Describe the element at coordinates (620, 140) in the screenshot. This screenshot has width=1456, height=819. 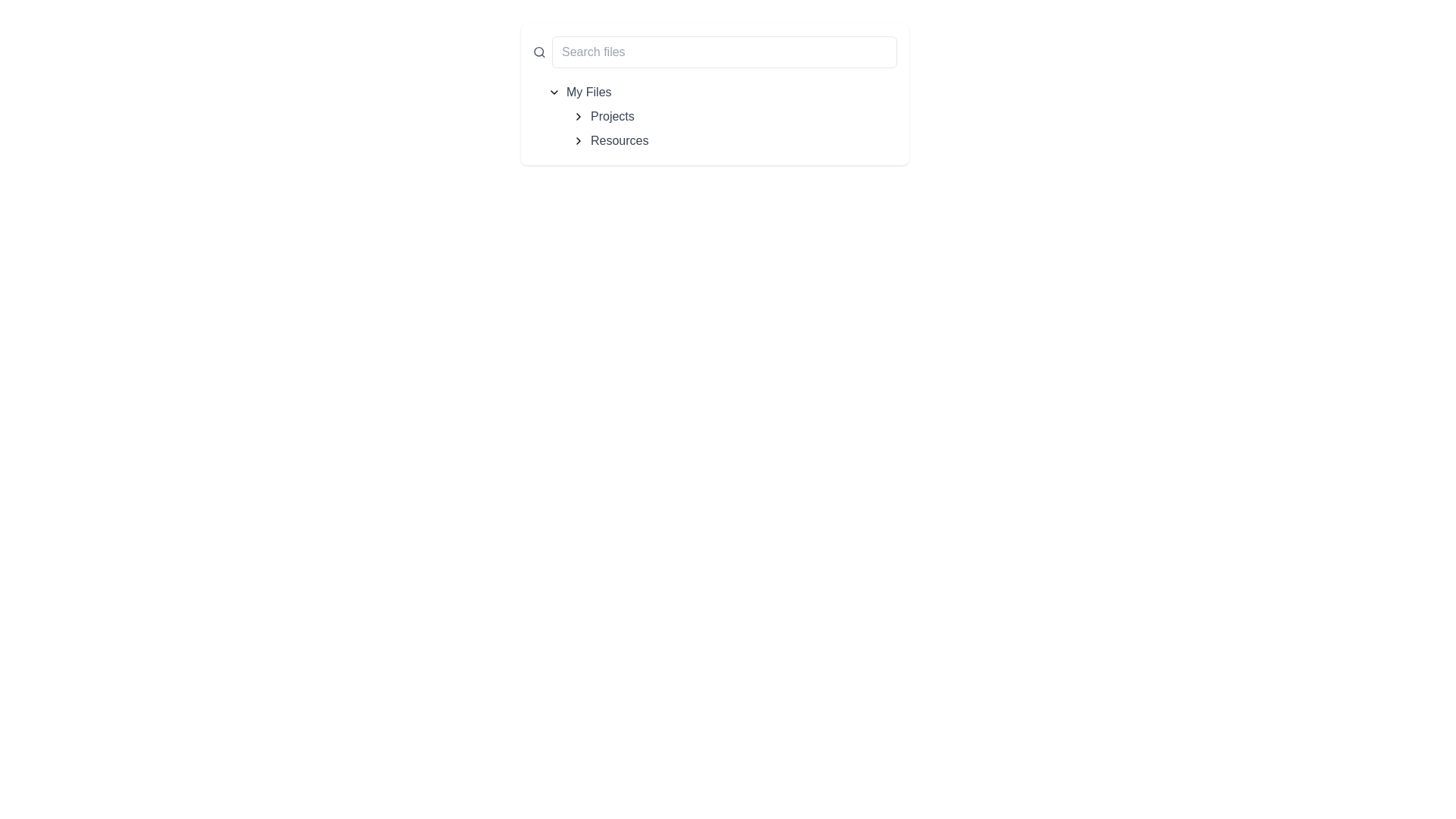
I see `the 'Resources' label in the sidebar menu` at that location.